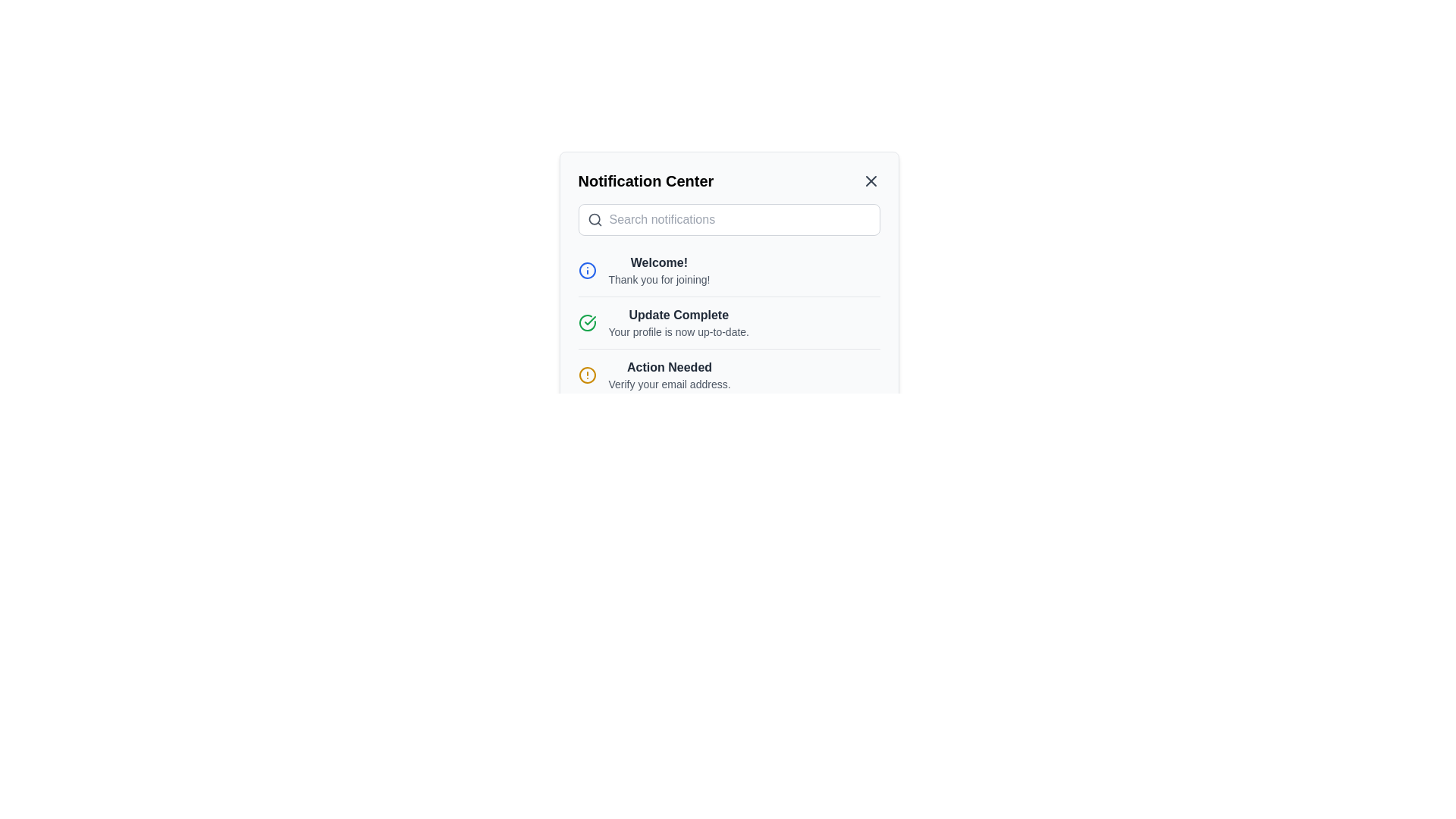 The width and height of the screenshot is (1456, 819). Describe the element at coordinates (645, 180) in the screenshot. I see `the bold, large-sized text displaying 'Notification Center' at the top of the notification panel` at that location.